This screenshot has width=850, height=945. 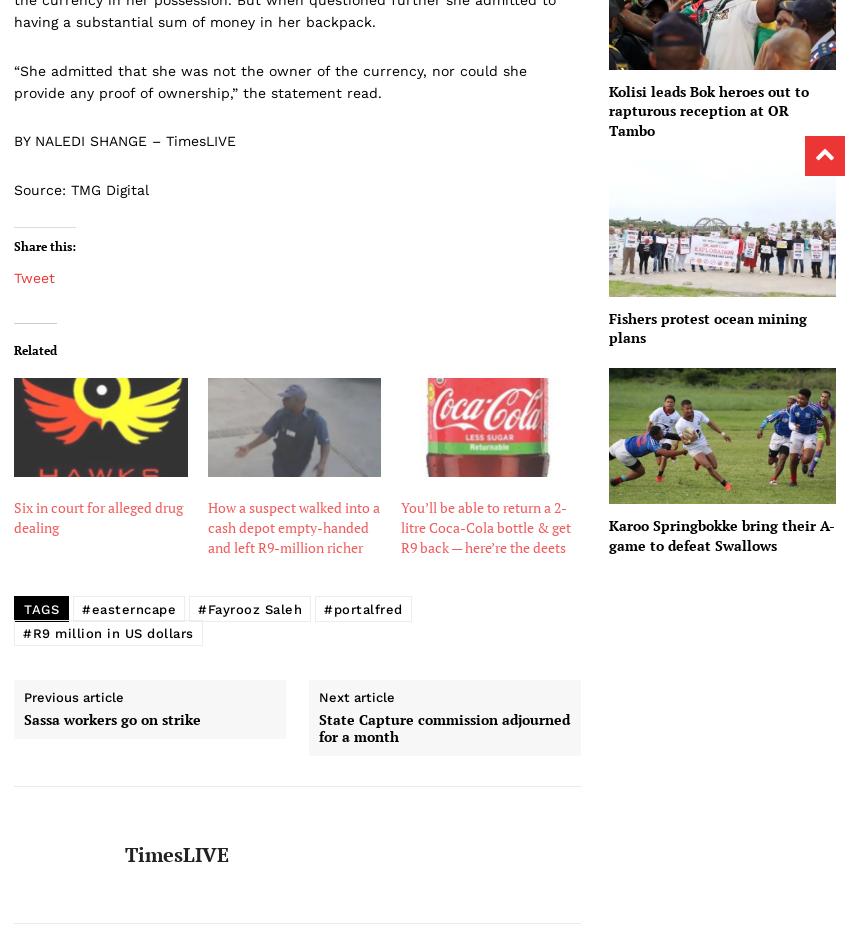 What do you see at coordinates (81, 189) in the screenshot?
I see `'Source: TMG Digital'` at bounding box center [81, 189].